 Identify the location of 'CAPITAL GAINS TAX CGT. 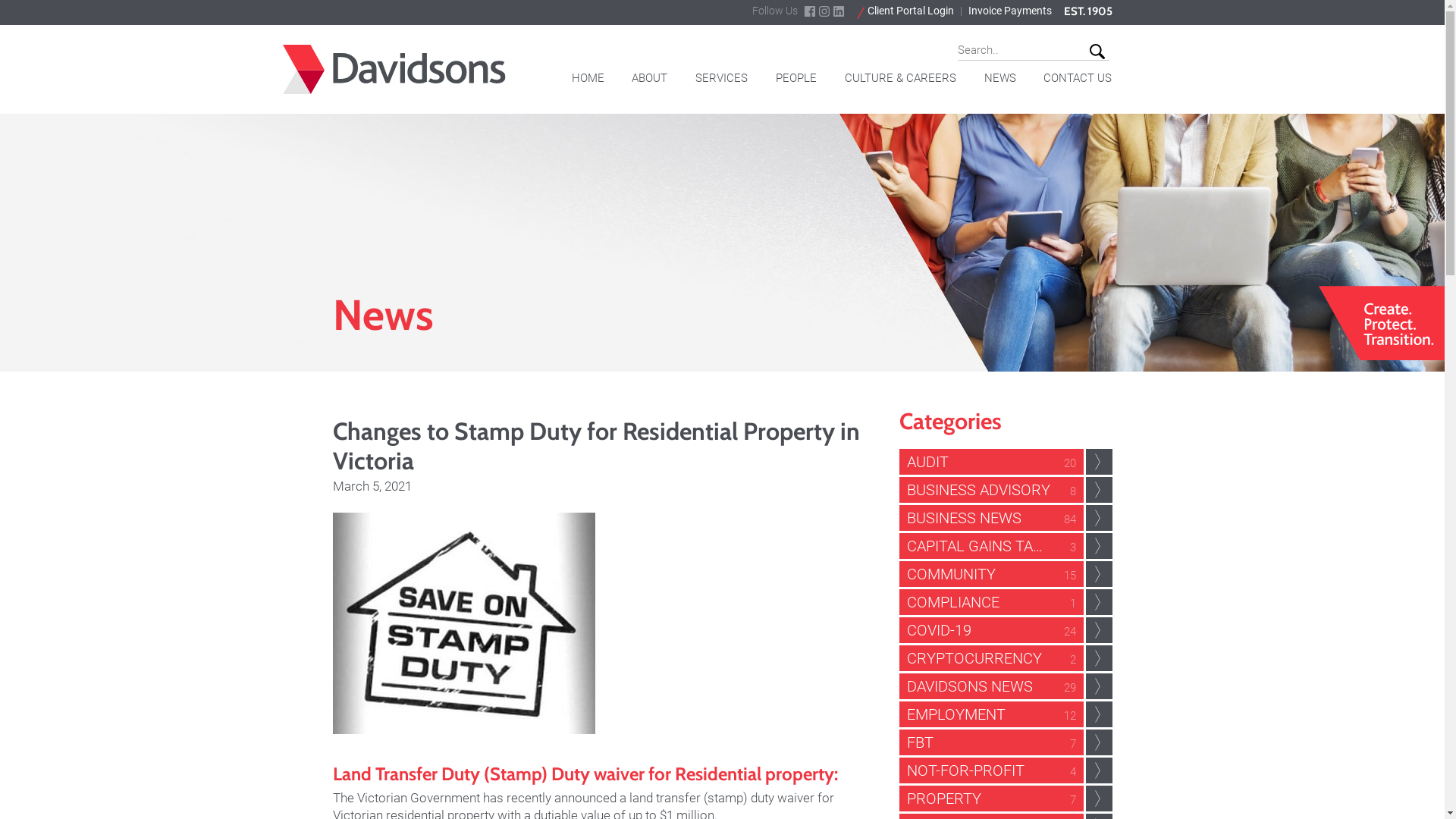
(1005, 546).